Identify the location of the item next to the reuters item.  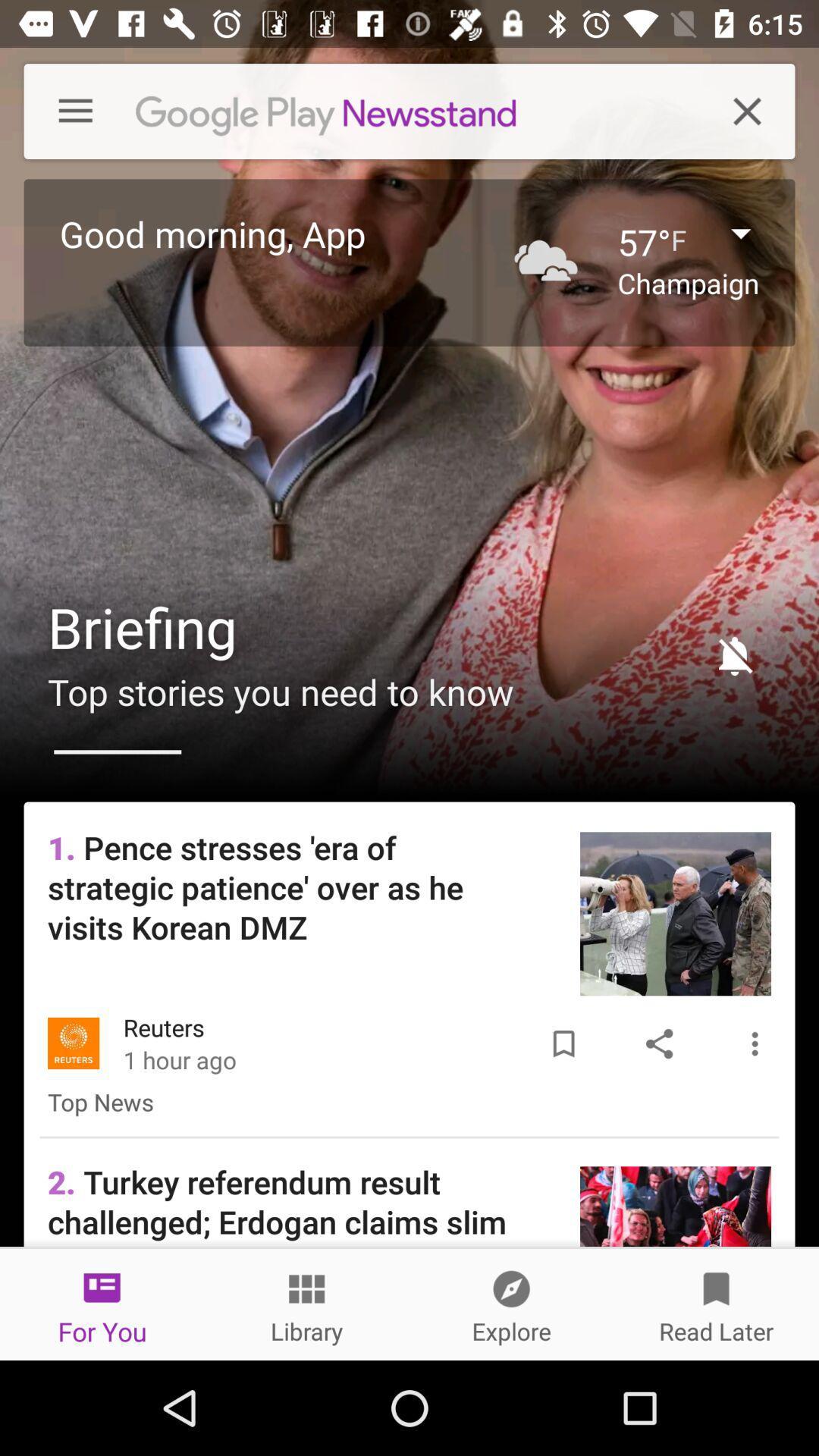
(563, 1043).